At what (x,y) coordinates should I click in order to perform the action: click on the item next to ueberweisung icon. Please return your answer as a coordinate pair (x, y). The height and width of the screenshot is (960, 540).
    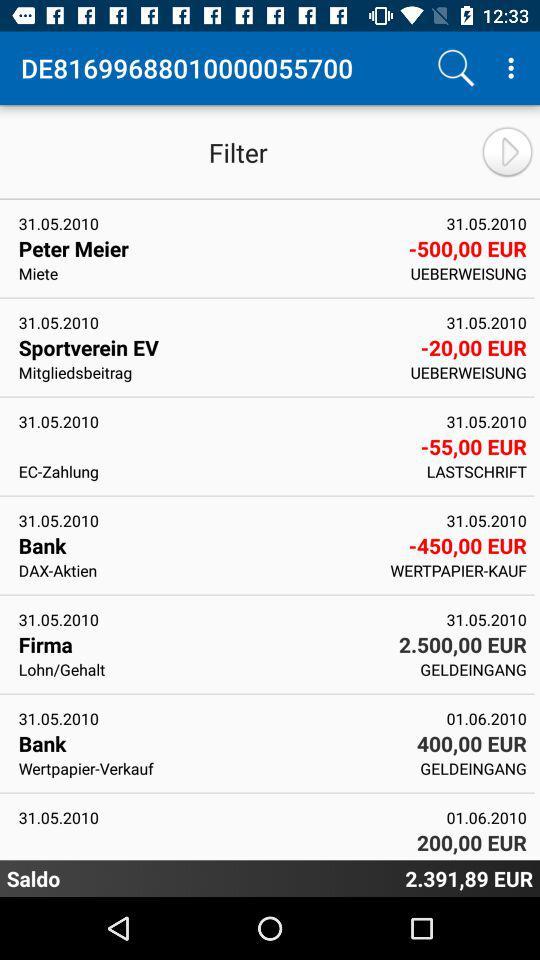
    Looking at the image, I should click on (212, 347).